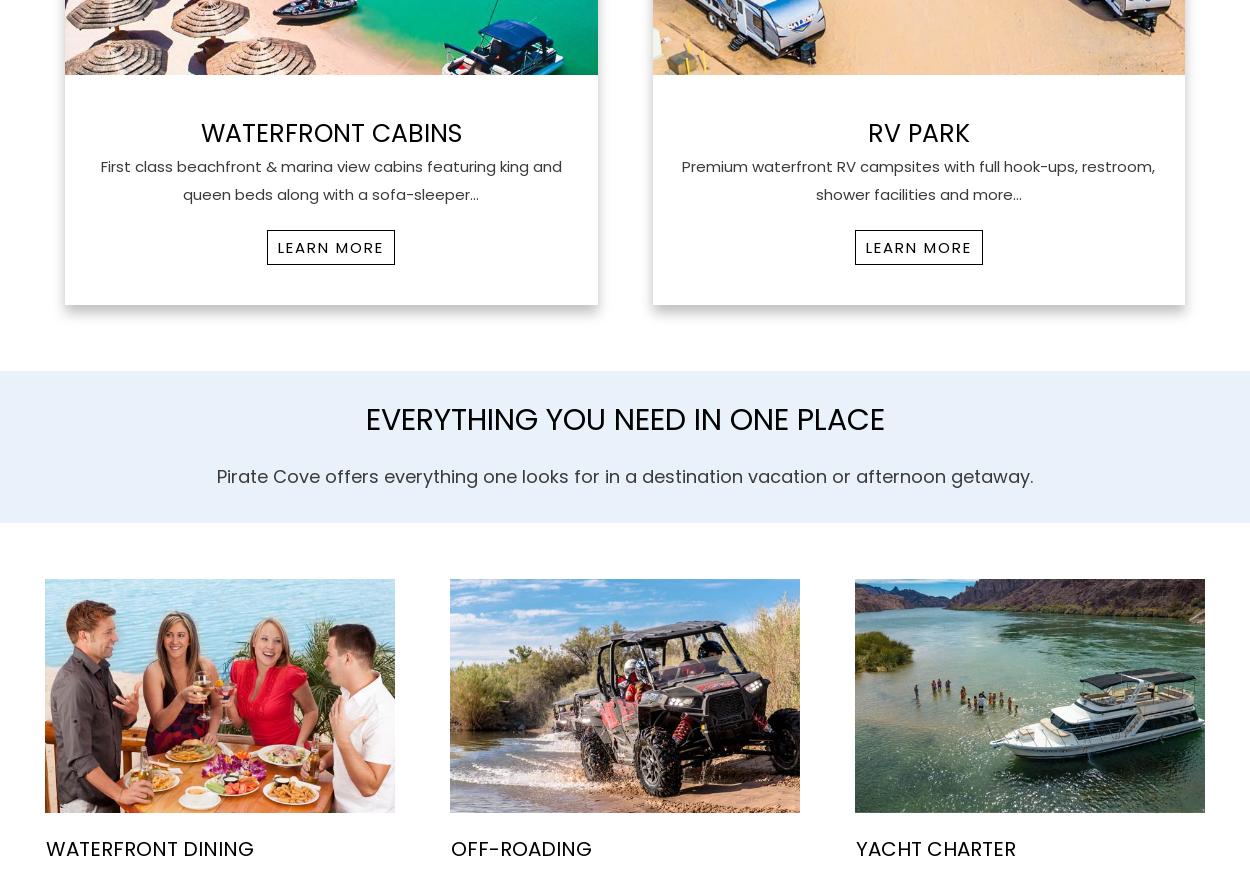 This screenshot has width=1250, height=879. I want to click on 'Pirate Cove offers everything one looks for in a destination vacation or afternoon getaway.', so click(625, 475).